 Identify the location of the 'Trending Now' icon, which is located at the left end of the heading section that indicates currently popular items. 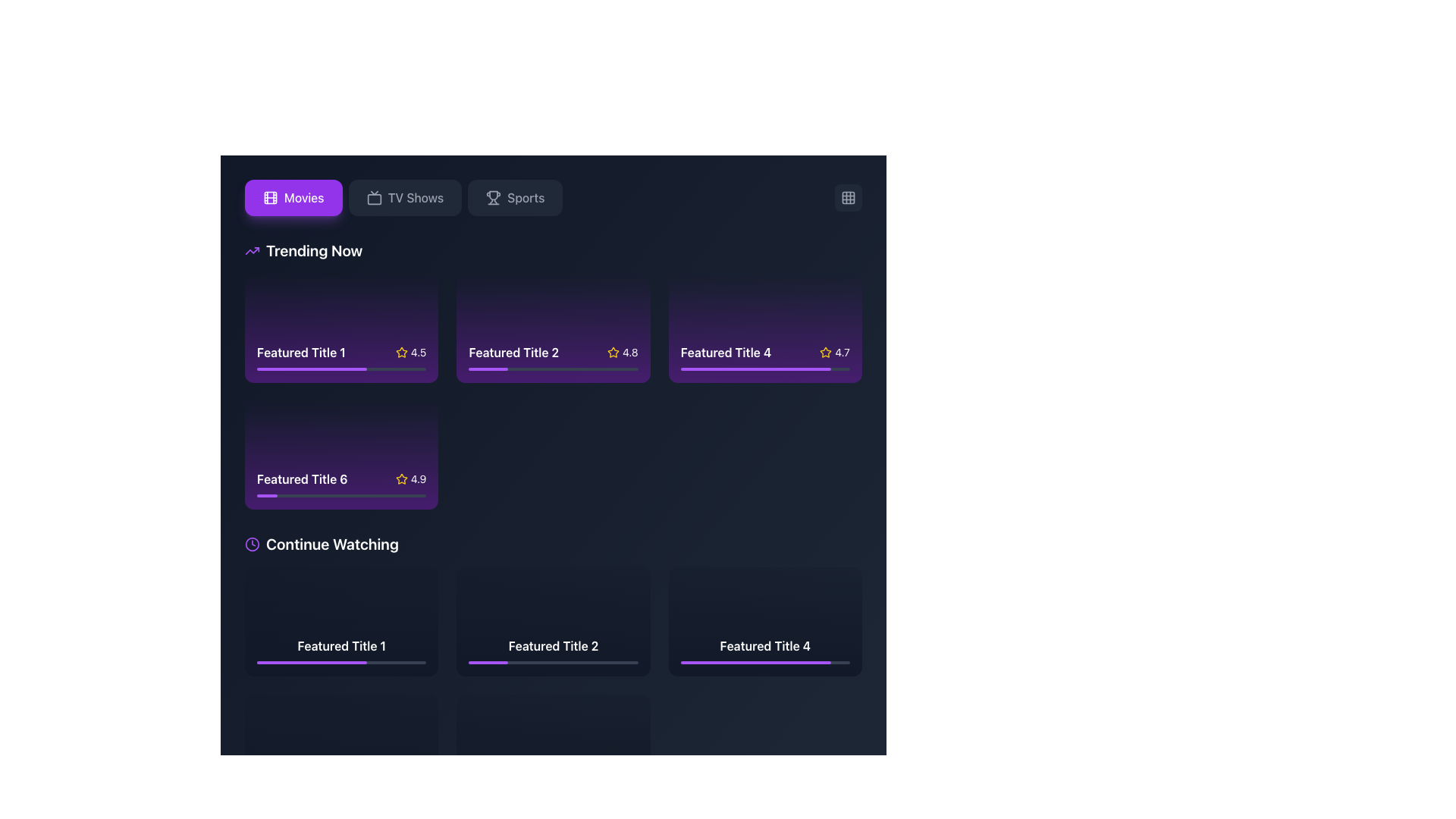
(252, 250).